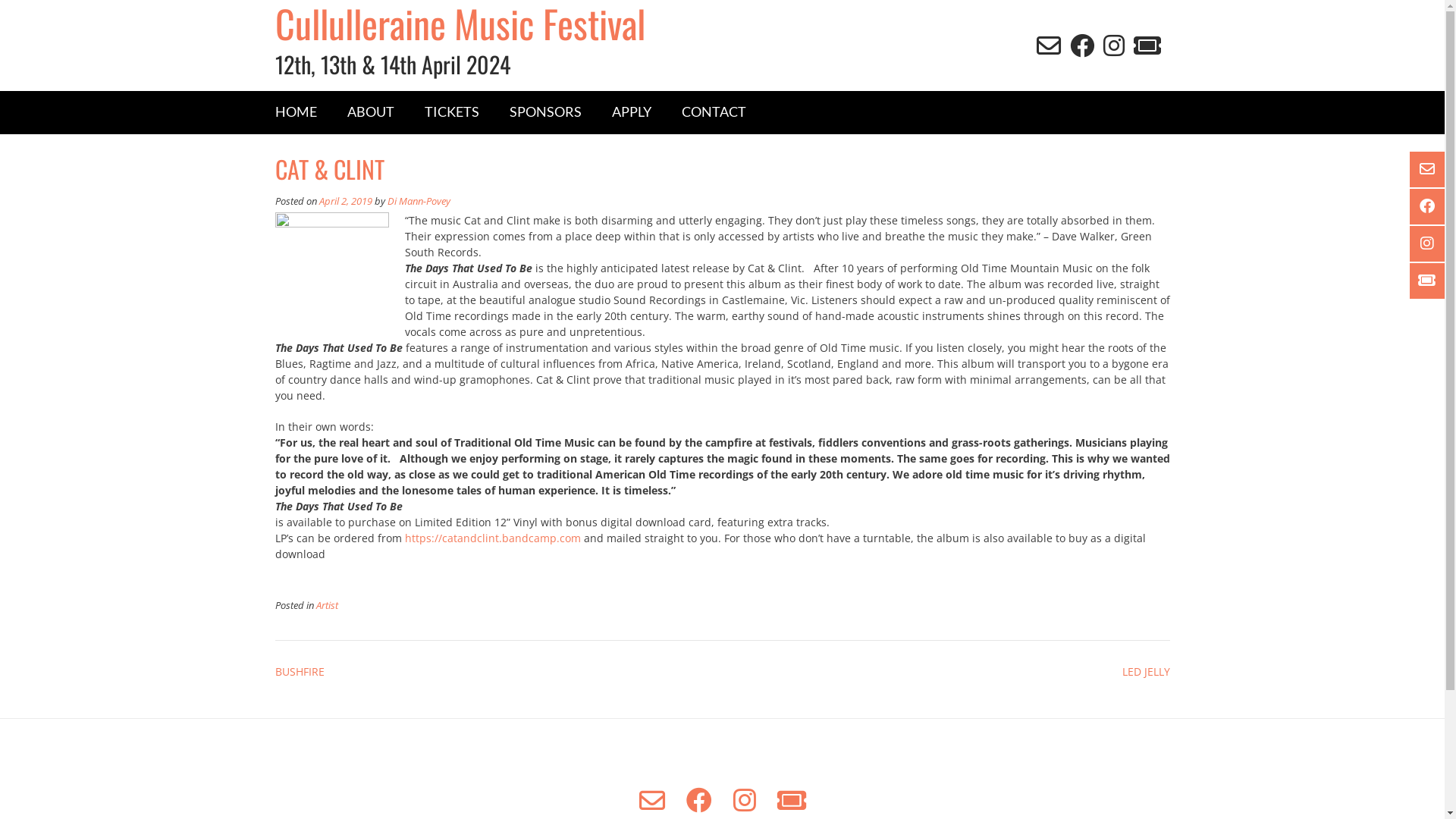  I want to click on 'HOME', so click(295, 111).